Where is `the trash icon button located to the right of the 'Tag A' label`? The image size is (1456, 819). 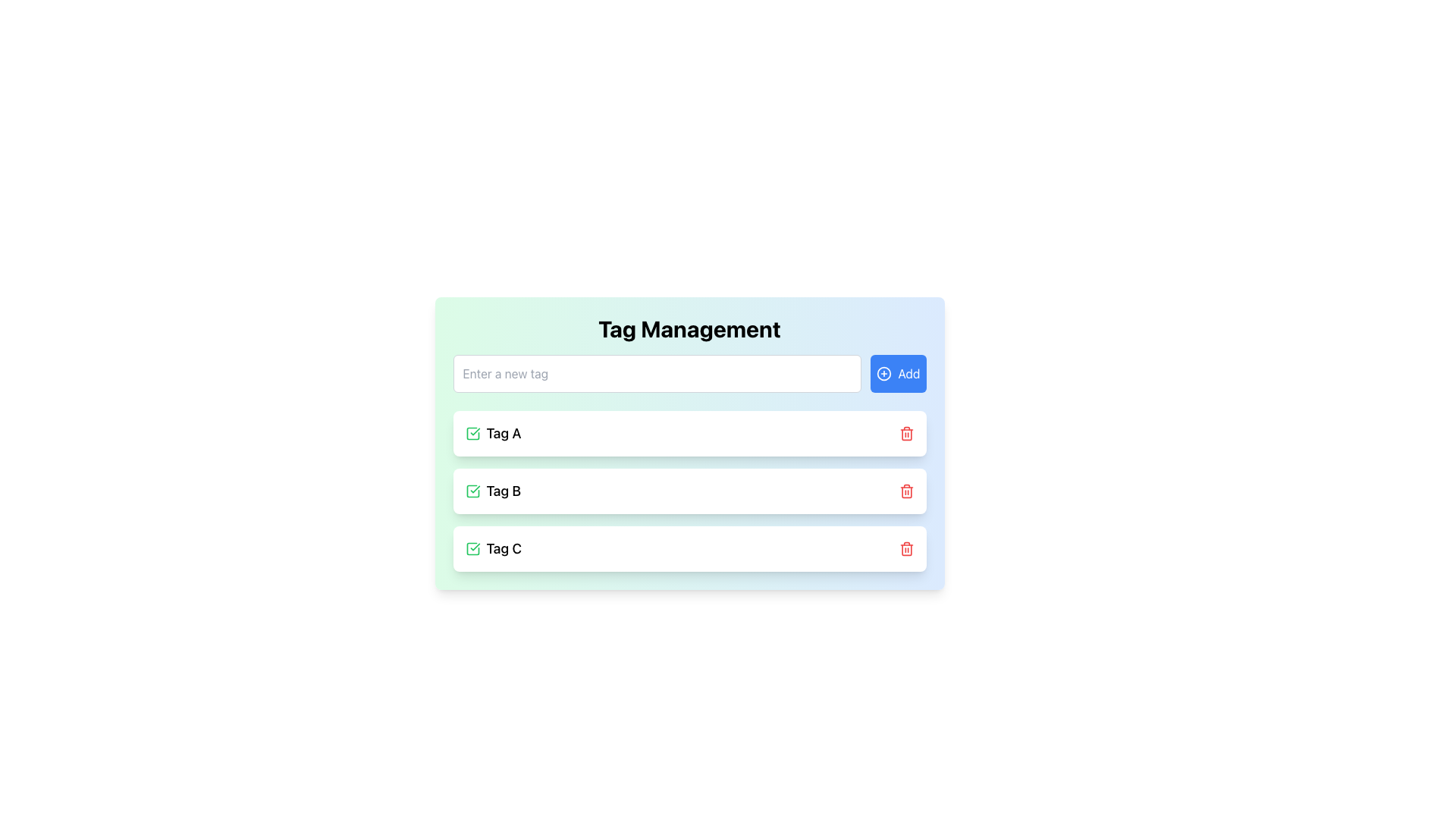
the trash icon button located to the right of the 'Tag A' label is located at coordinates (906, 433).